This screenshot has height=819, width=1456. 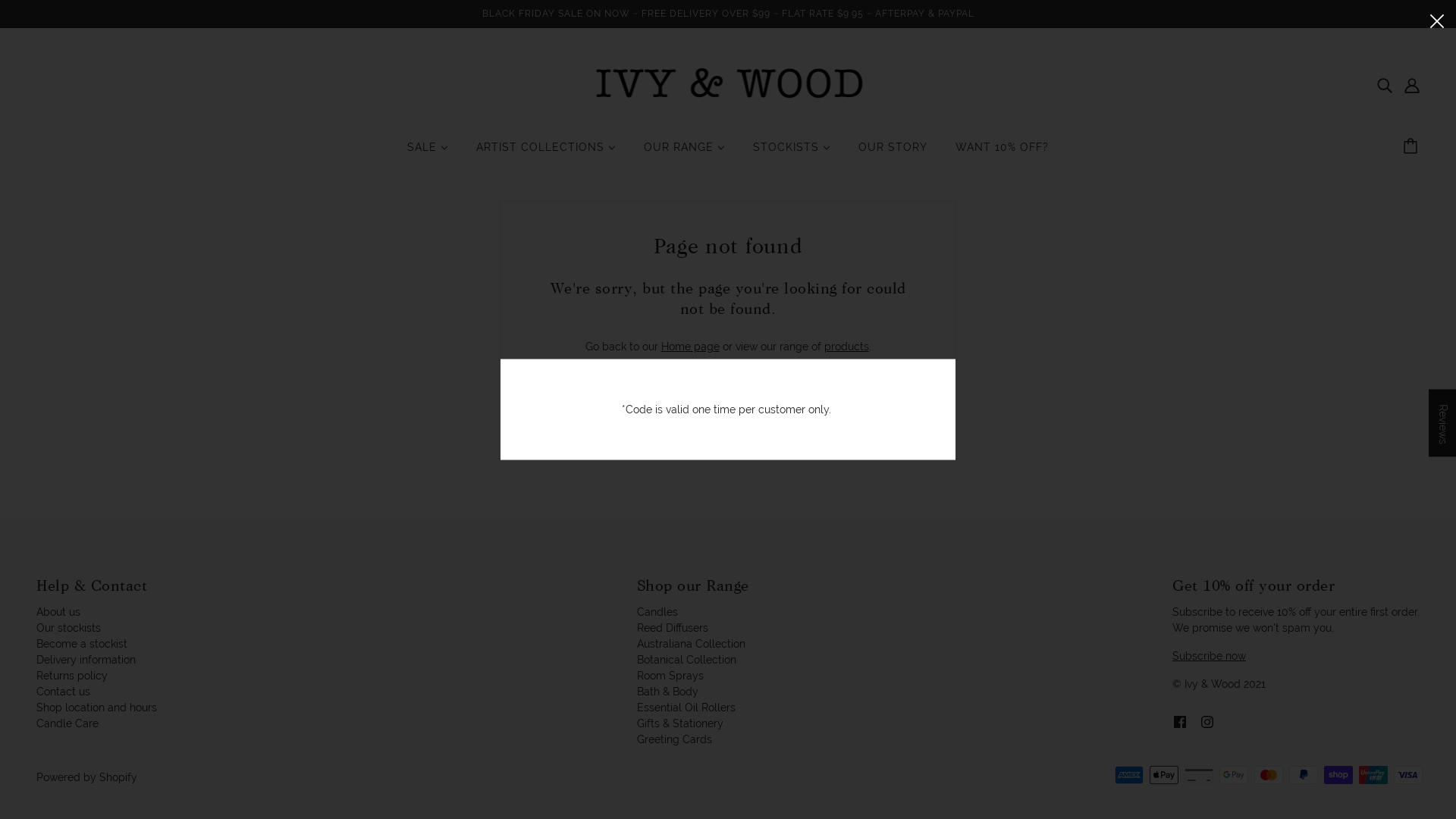 I want to click on 'products', so click(x=845, y=346).